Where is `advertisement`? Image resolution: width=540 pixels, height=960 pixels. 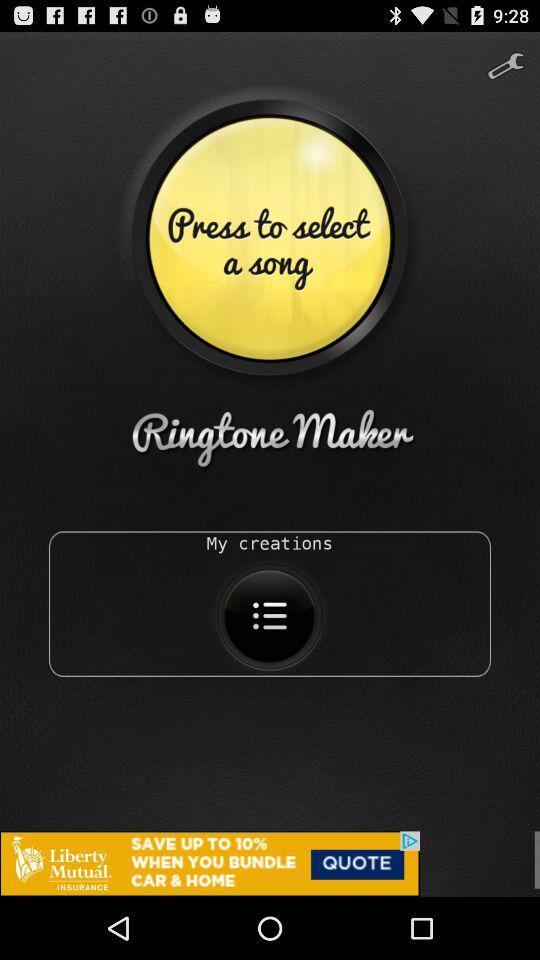 advertisement is located at coordinates (270, 863).